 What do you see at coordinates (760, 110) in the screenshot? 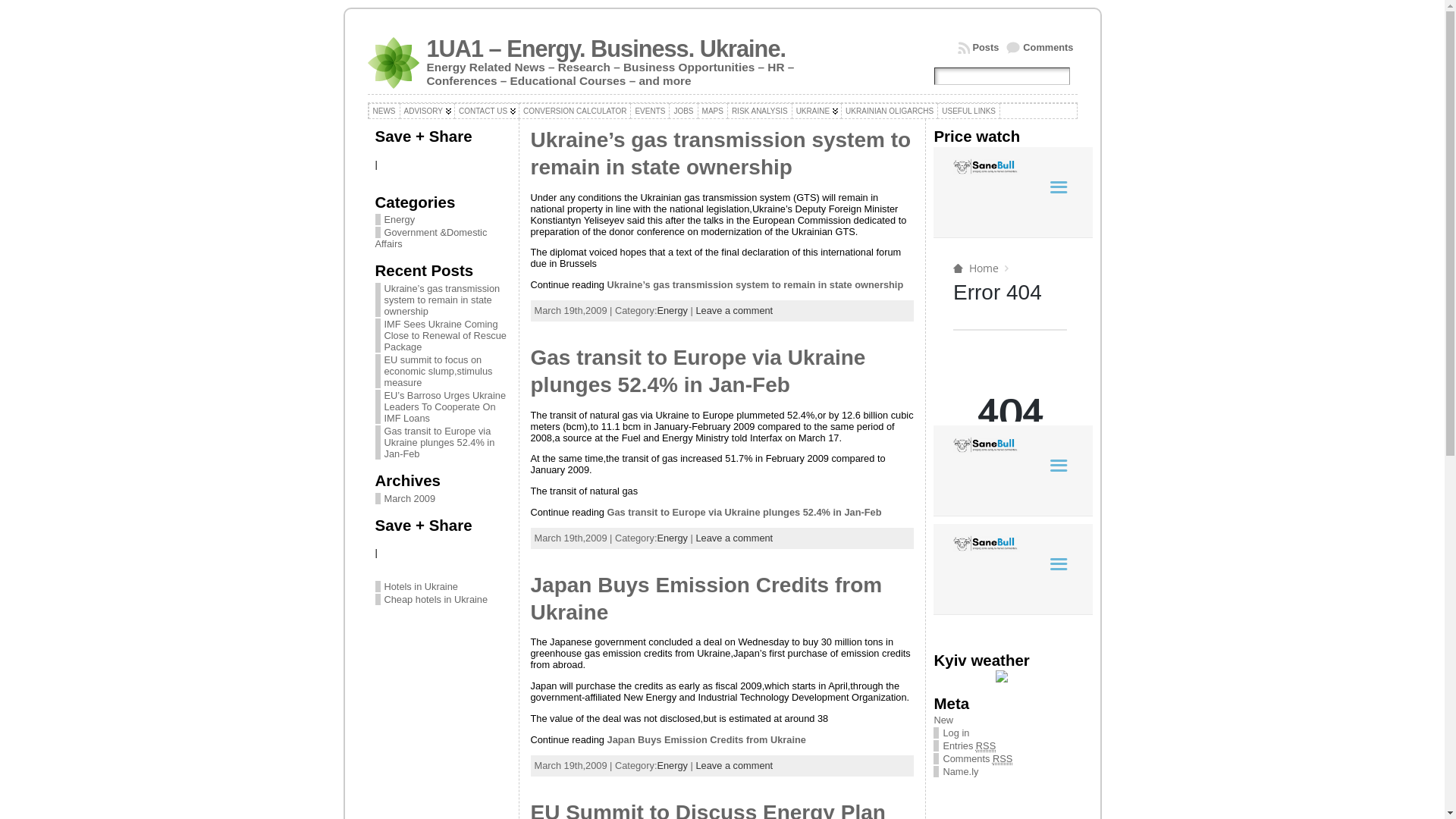
I see `'RISK ANALYSIS'` at bounding box center [760, 110].